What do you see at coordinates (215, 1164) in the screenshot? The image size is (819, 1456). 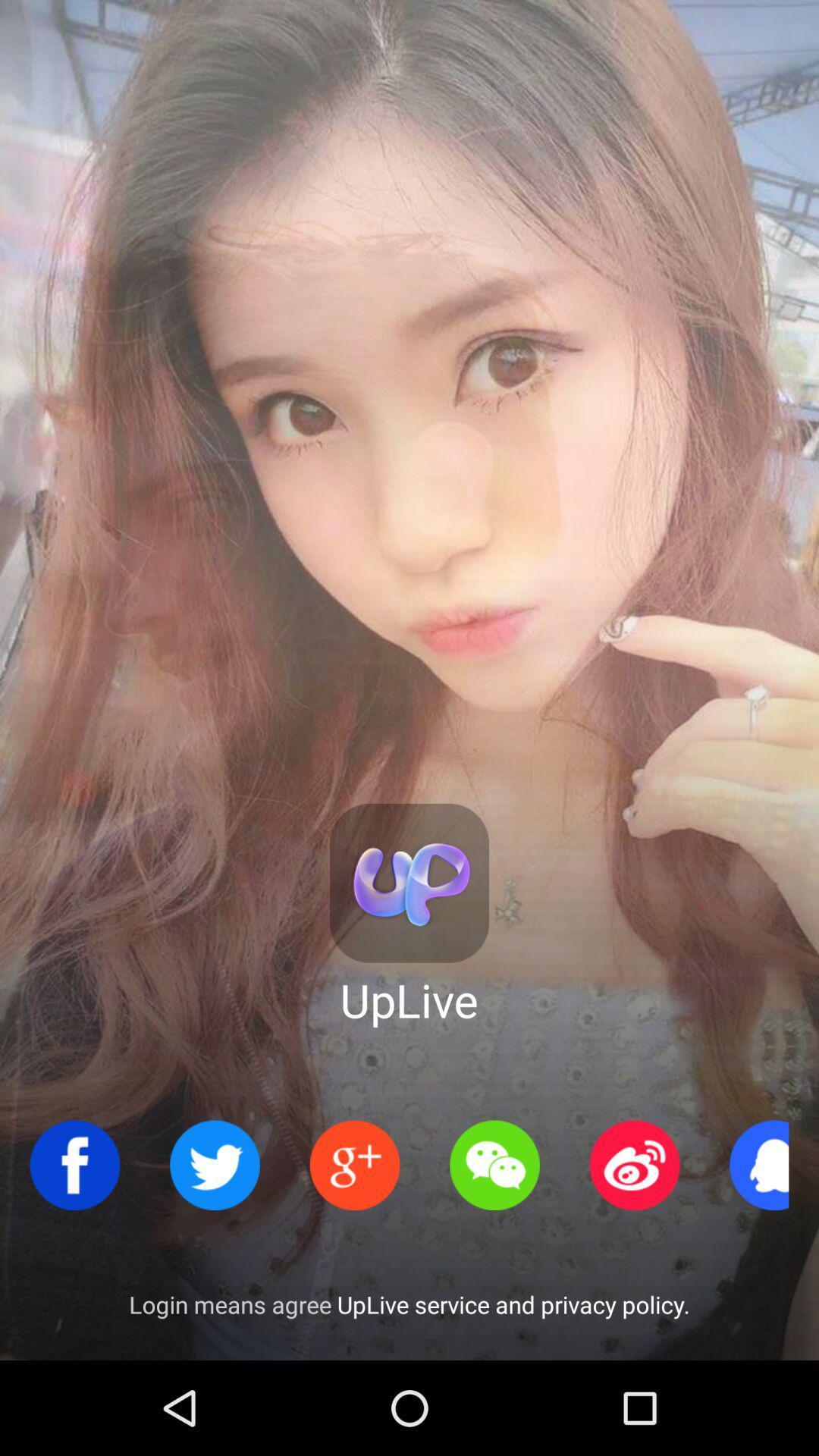 I see `the twitter icon` at bounding box center [215, 1164].